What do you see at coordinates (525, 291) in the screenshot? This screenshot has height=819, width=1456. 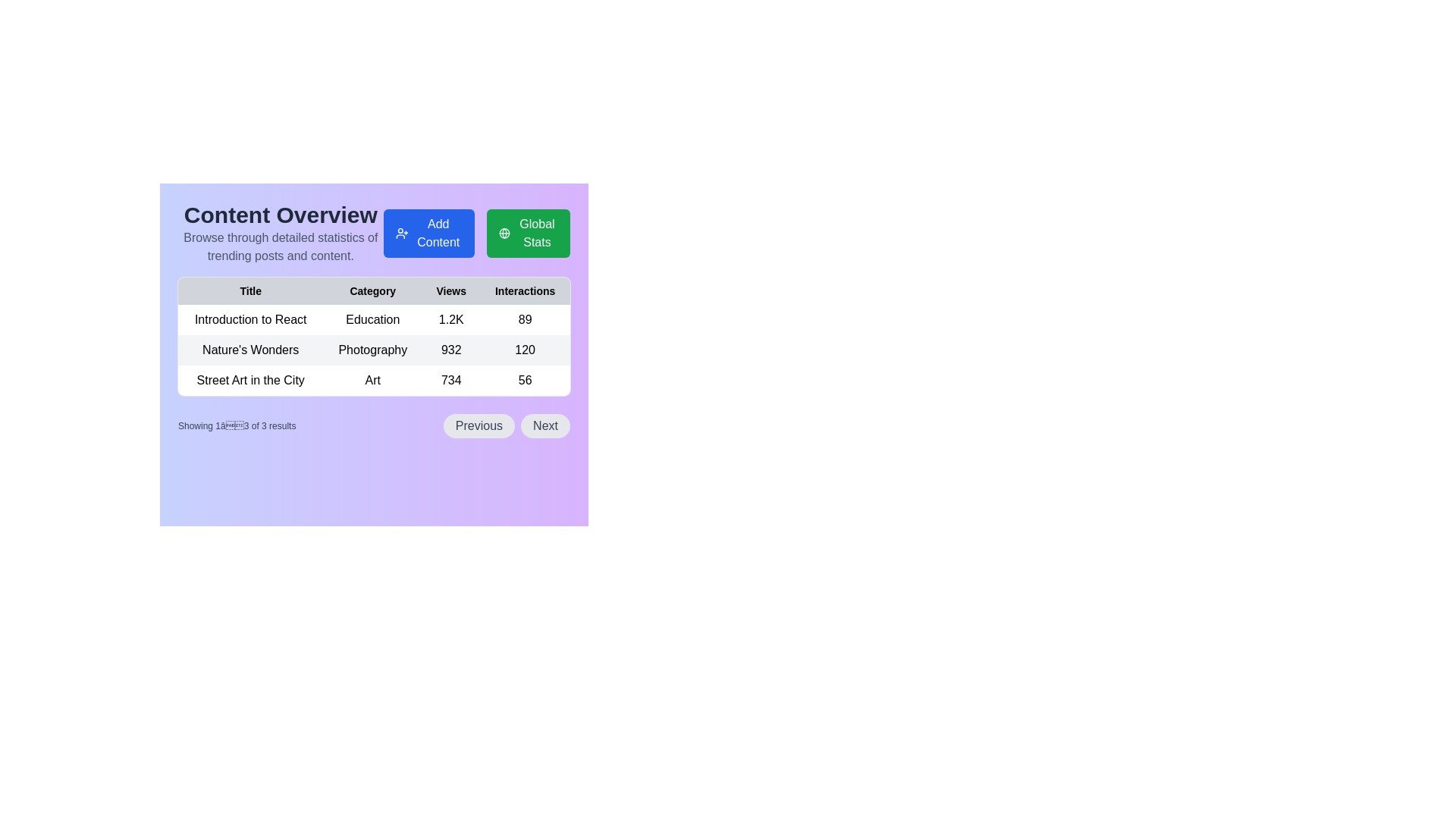 I see `the header label for the 'Interactions' column in the table, which is positioned to the right of 'Views'` at bounding box center [525, 291].